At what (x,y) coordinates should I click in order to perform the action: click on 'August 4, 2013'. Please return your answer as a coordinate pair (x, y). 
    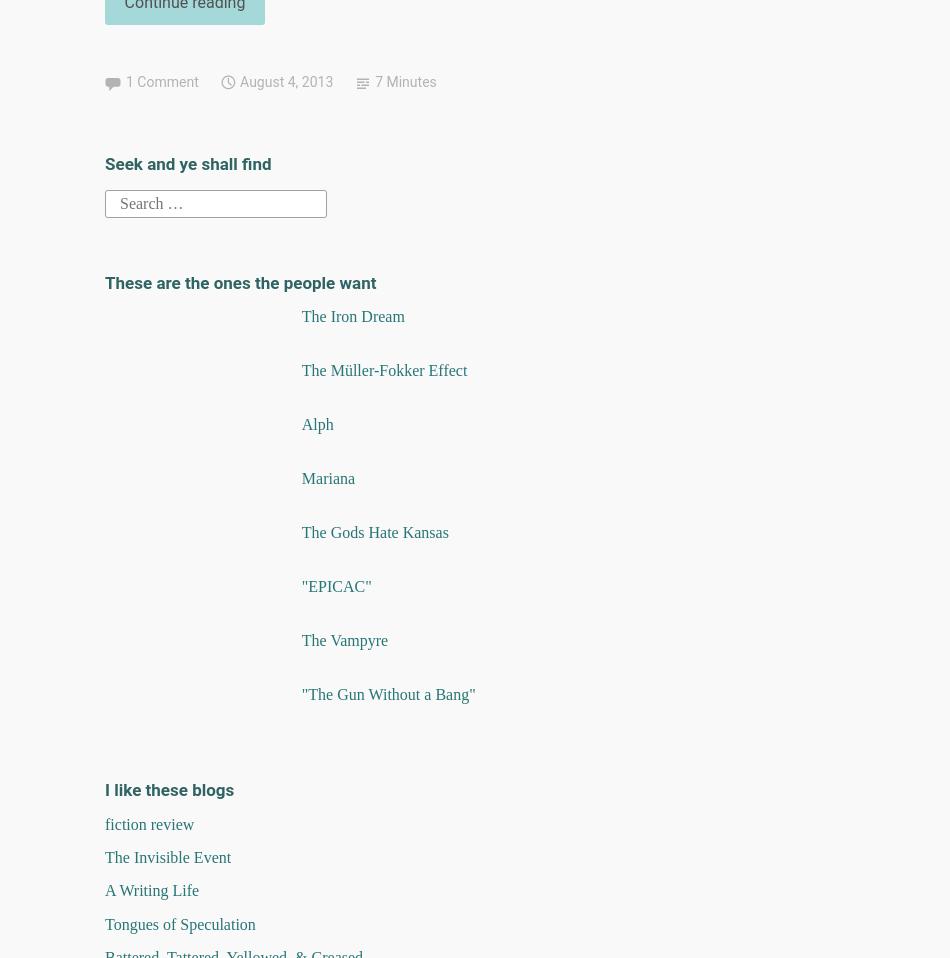
    Looking at the image, I should click on (285, 82).